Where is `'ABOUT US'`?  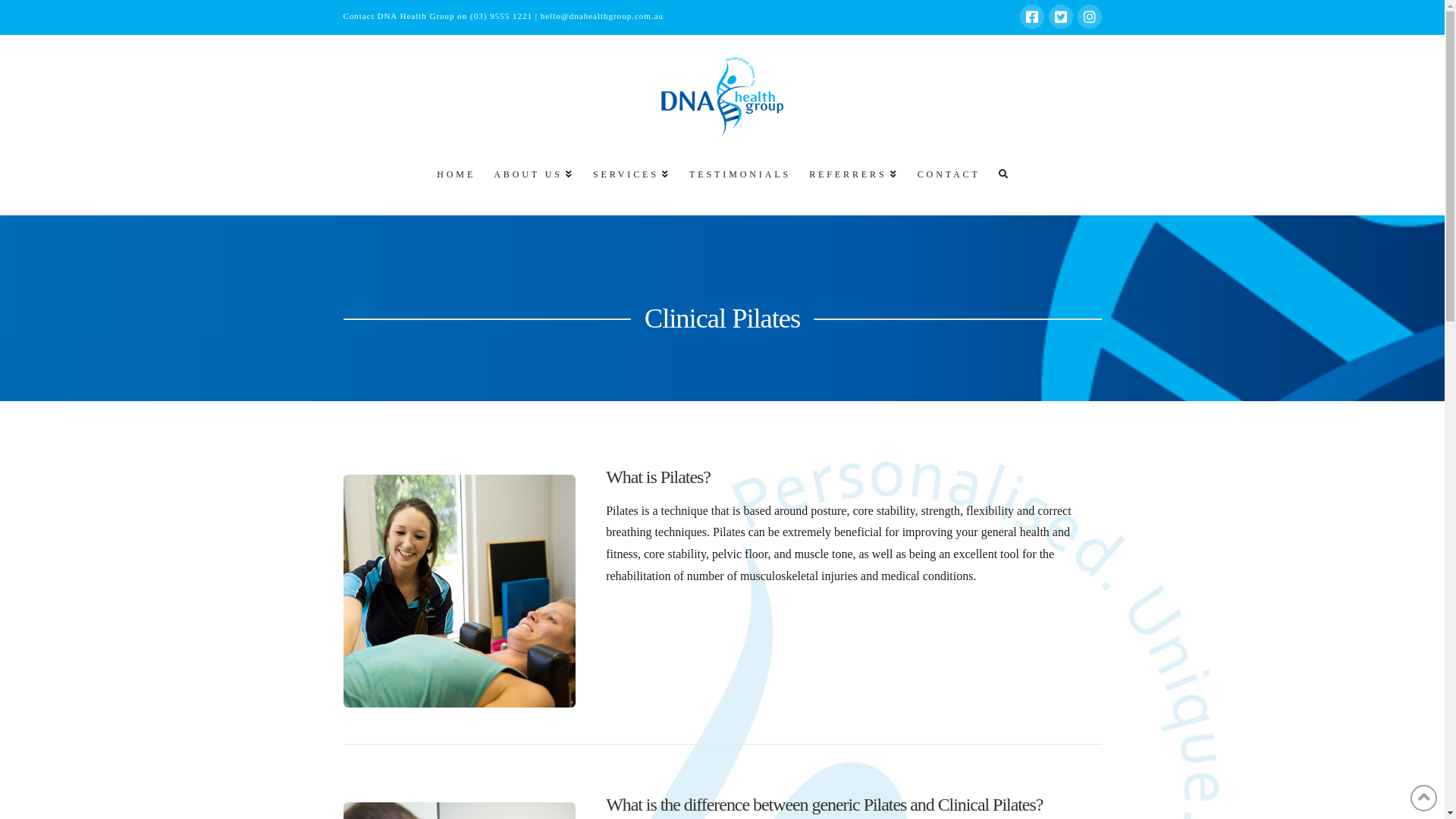
'ABOUT US' is located at coordinates (532, 180).